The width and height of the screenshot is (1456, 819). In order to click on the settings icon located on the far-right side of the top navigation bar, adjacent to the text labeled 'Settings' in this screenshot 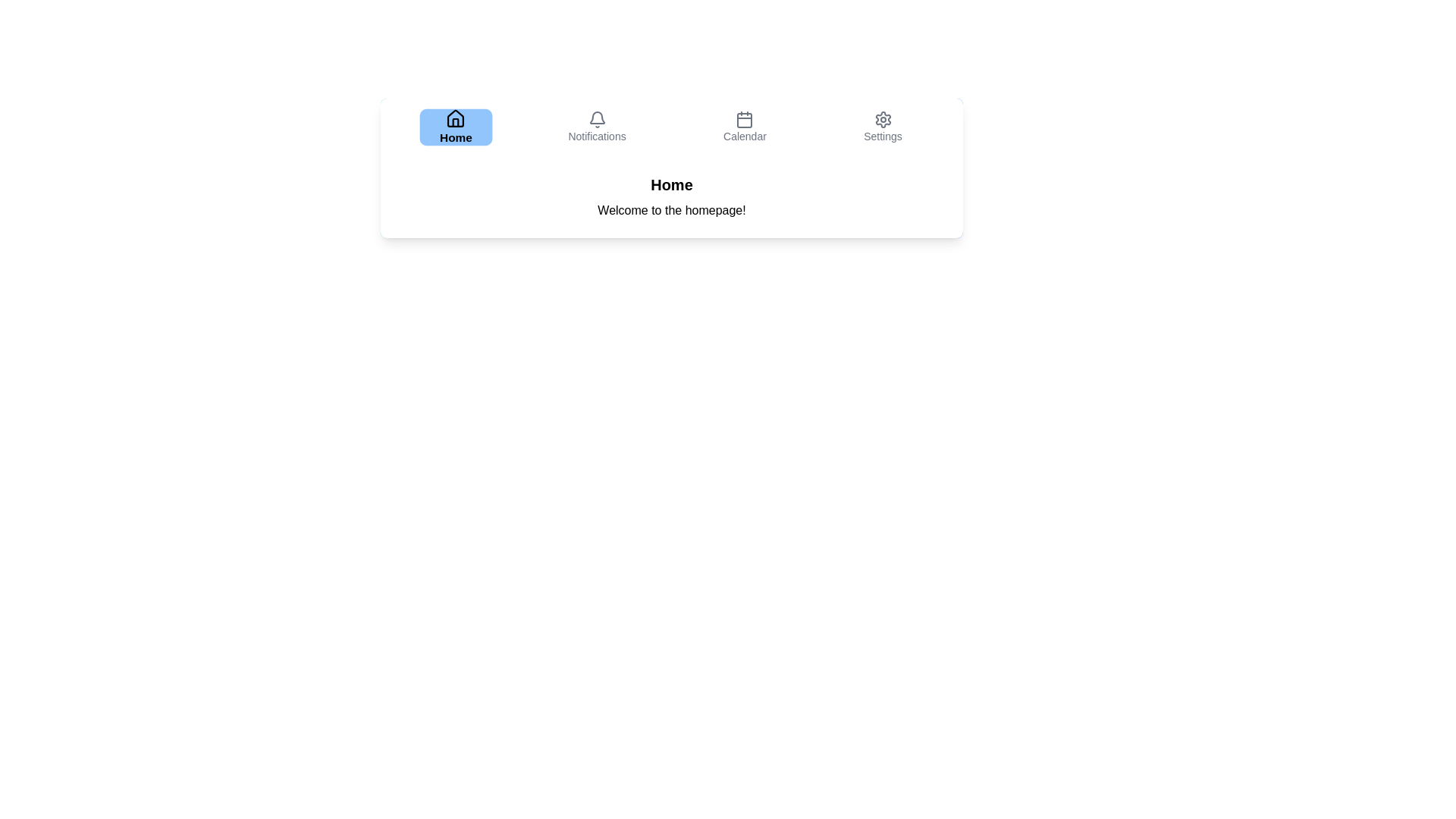, I will do `click(883, 119)`.